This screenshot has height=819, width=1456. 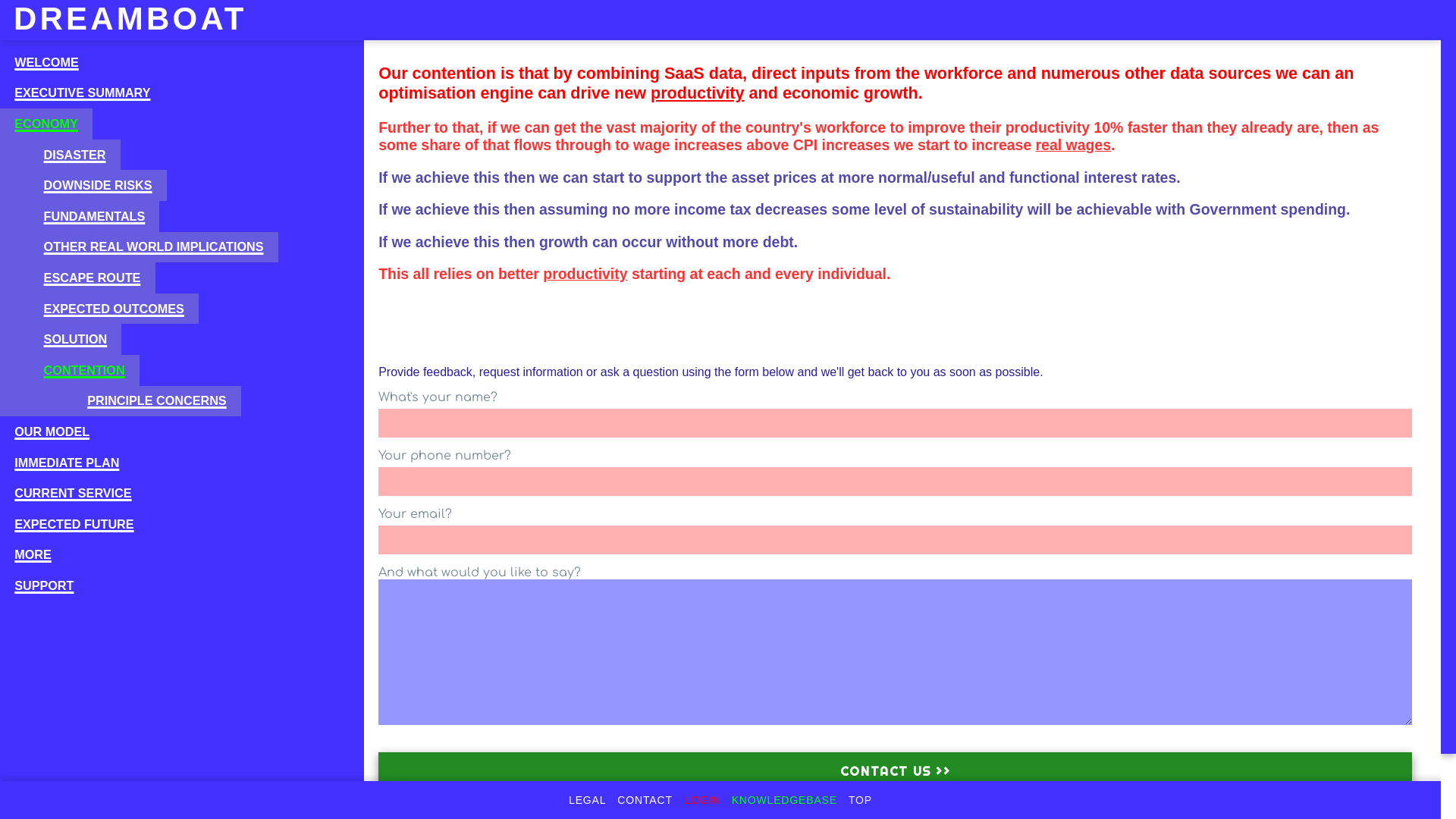 What do you see at coordinates (0, 462) in the screenshot?
I see `'IMMEDIATE PLAN'` at bounding box center [0, 462].